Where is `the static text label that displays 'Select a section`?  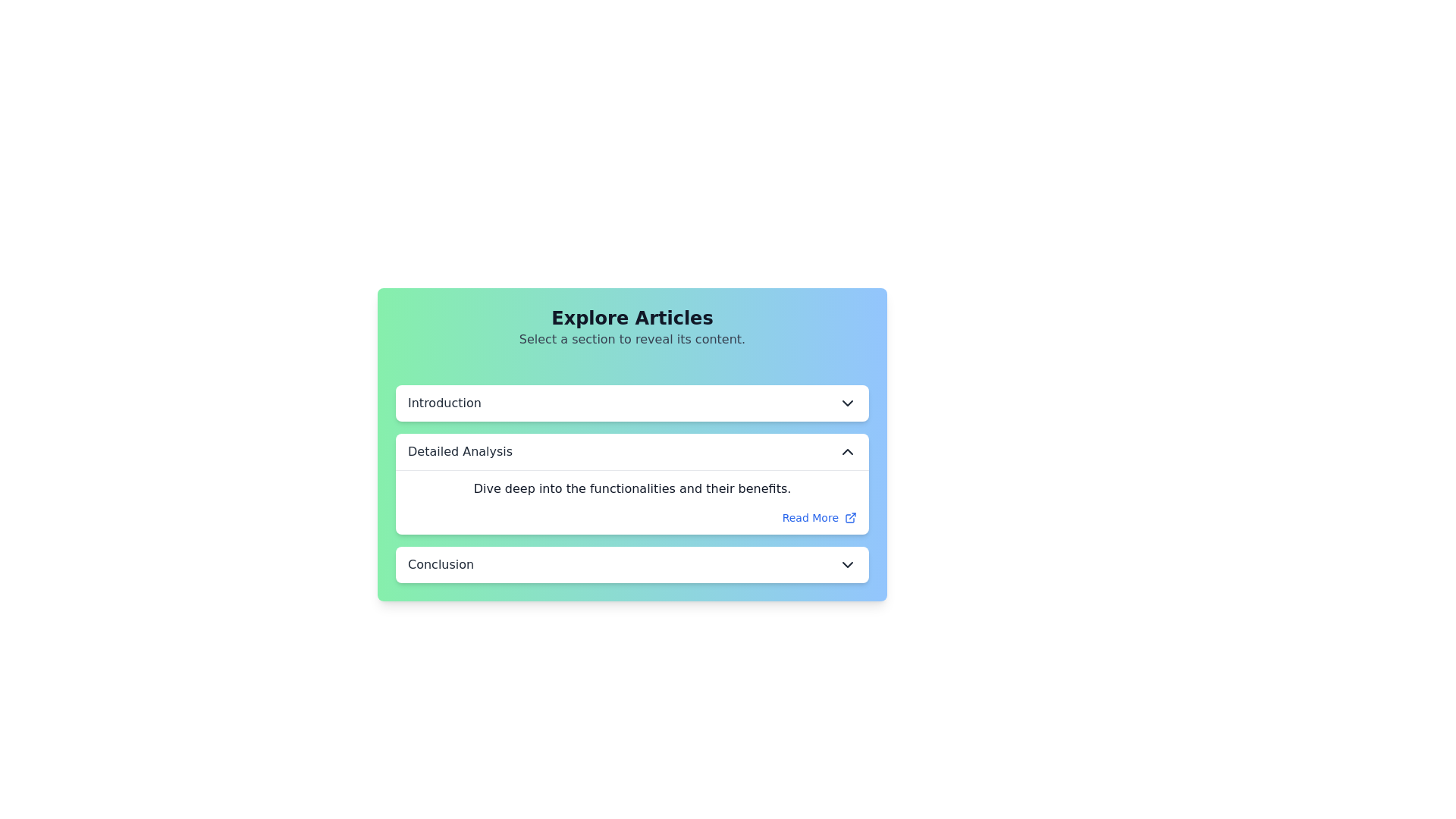 the static text label that displays 'Select a section is located at coordinates (632, 338).